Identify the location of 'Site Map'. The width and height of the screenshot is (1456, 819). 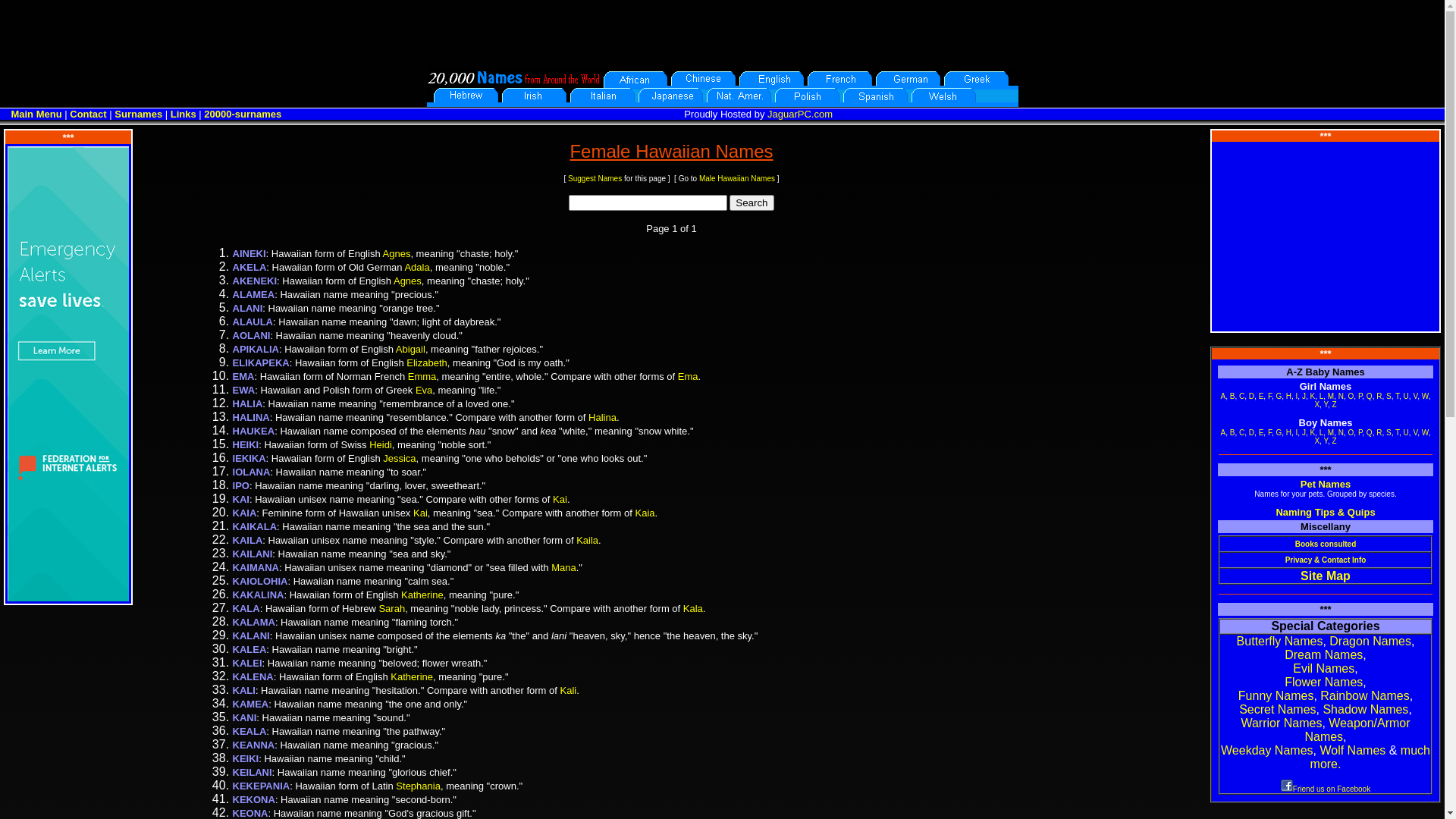
(1324, 575).